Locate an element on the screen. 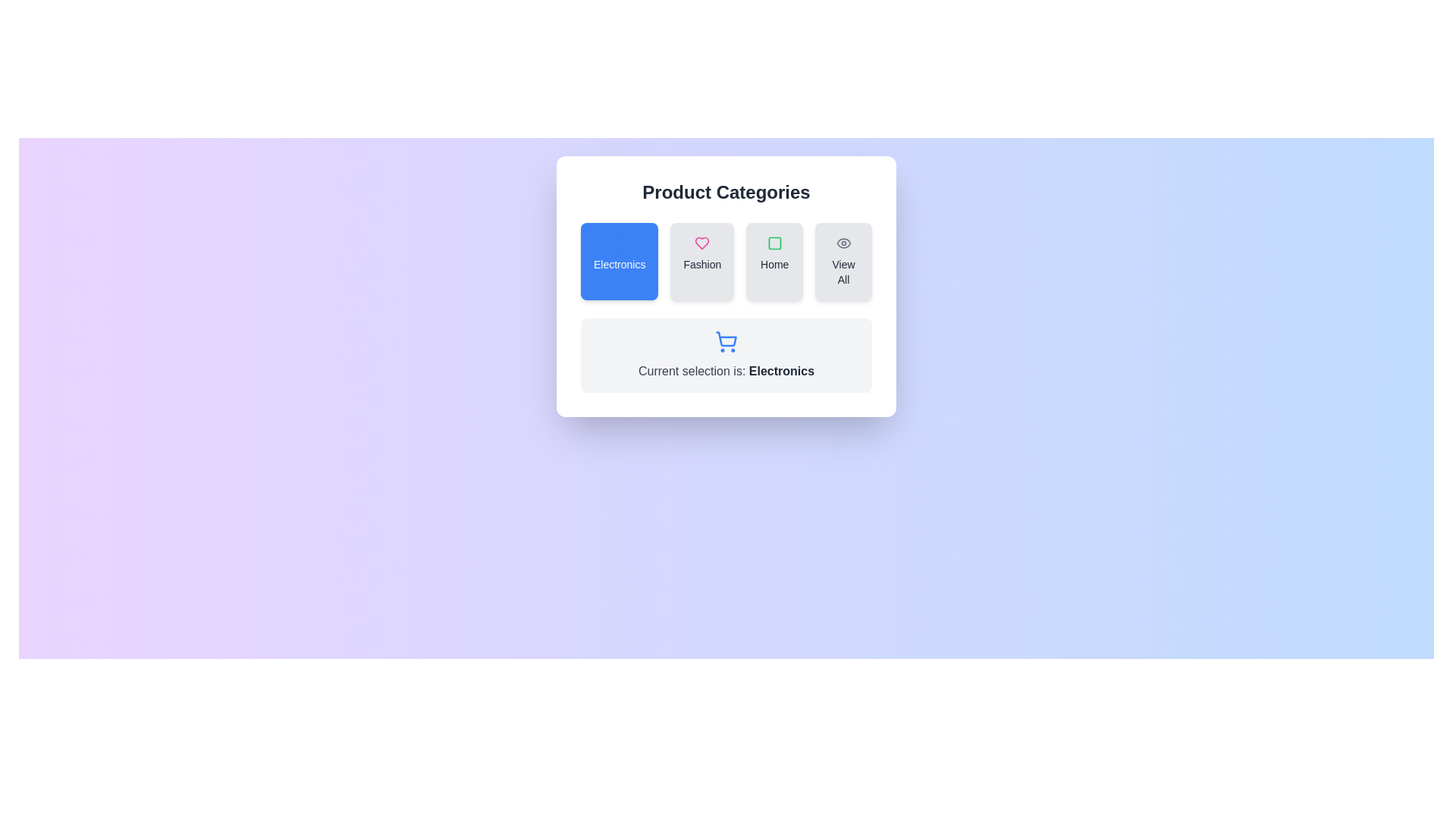 This screenshot has height=819, width=1456. the heart-shaped icon with a pink stroke color, located above the text 'Fashion' in the second column of the grid layout is located at coordinates (701, 242).